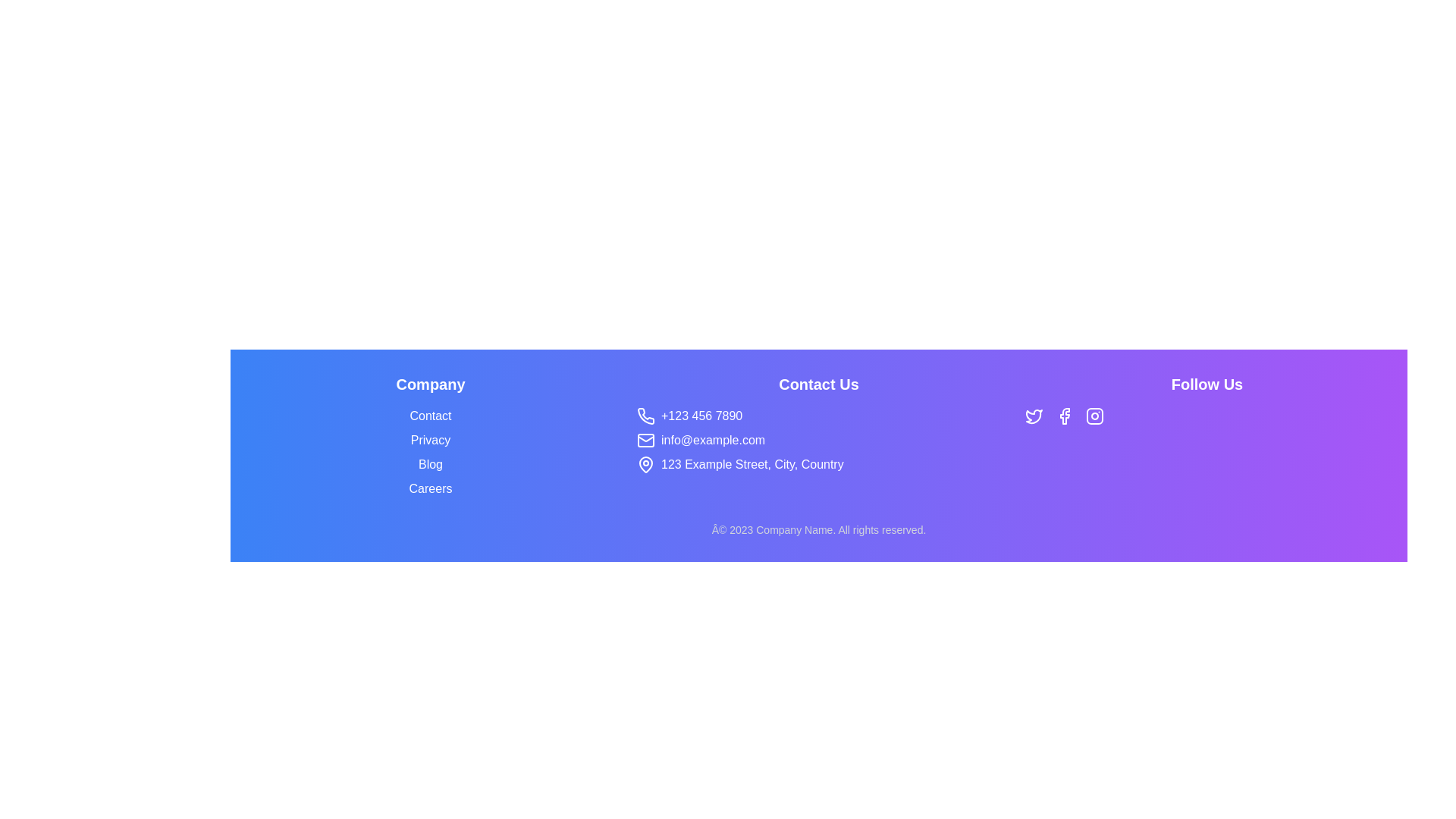 The image size is (1456, 819). I want to click on the bird icon resembling the Twitter logo on a vibrant purple background, so click(1033, 416).